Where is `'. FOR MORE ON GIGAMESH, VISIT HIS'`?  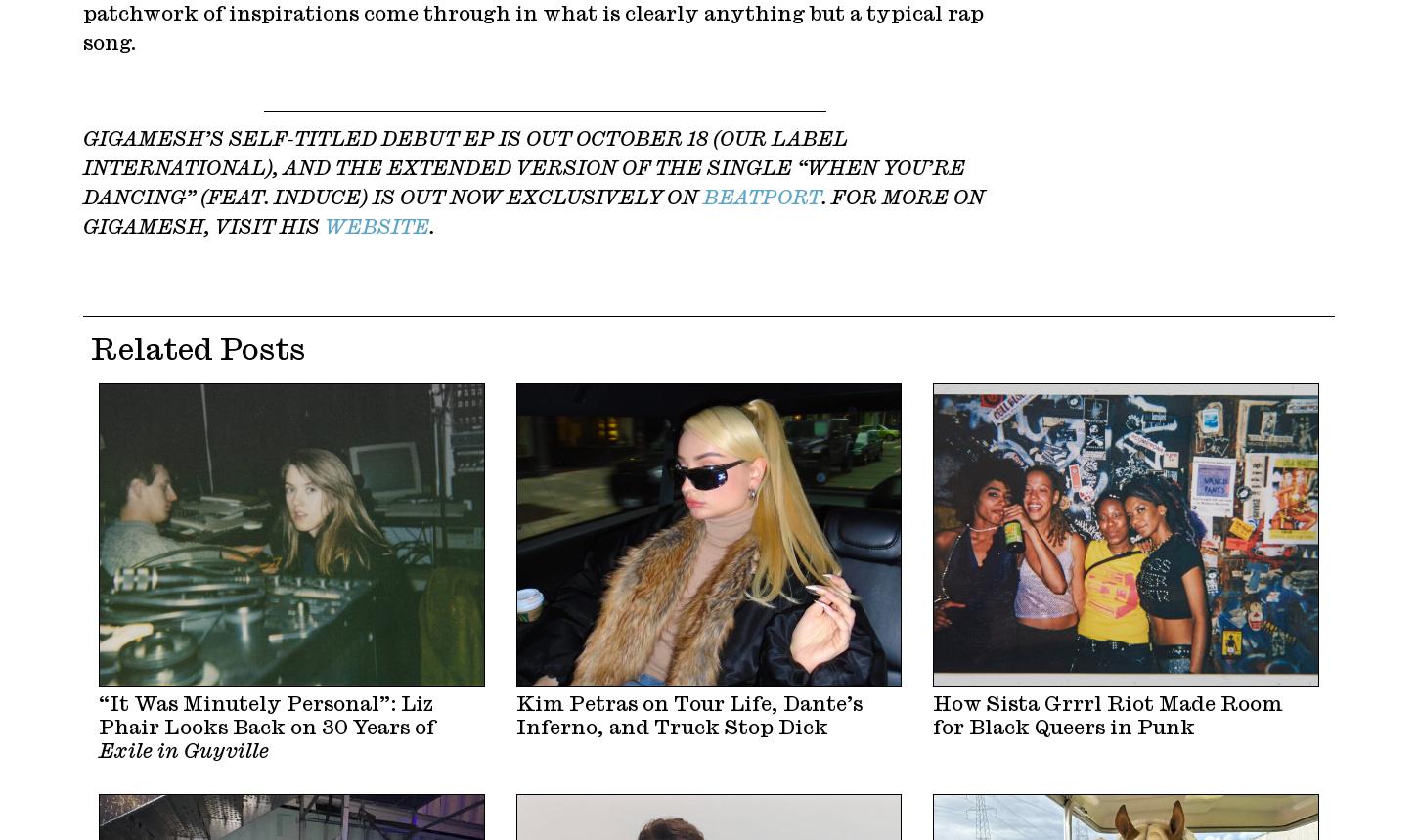 '. FOR MORE ON GIGAMESH, VISIT HIS' is located at coordinates (534, 211).